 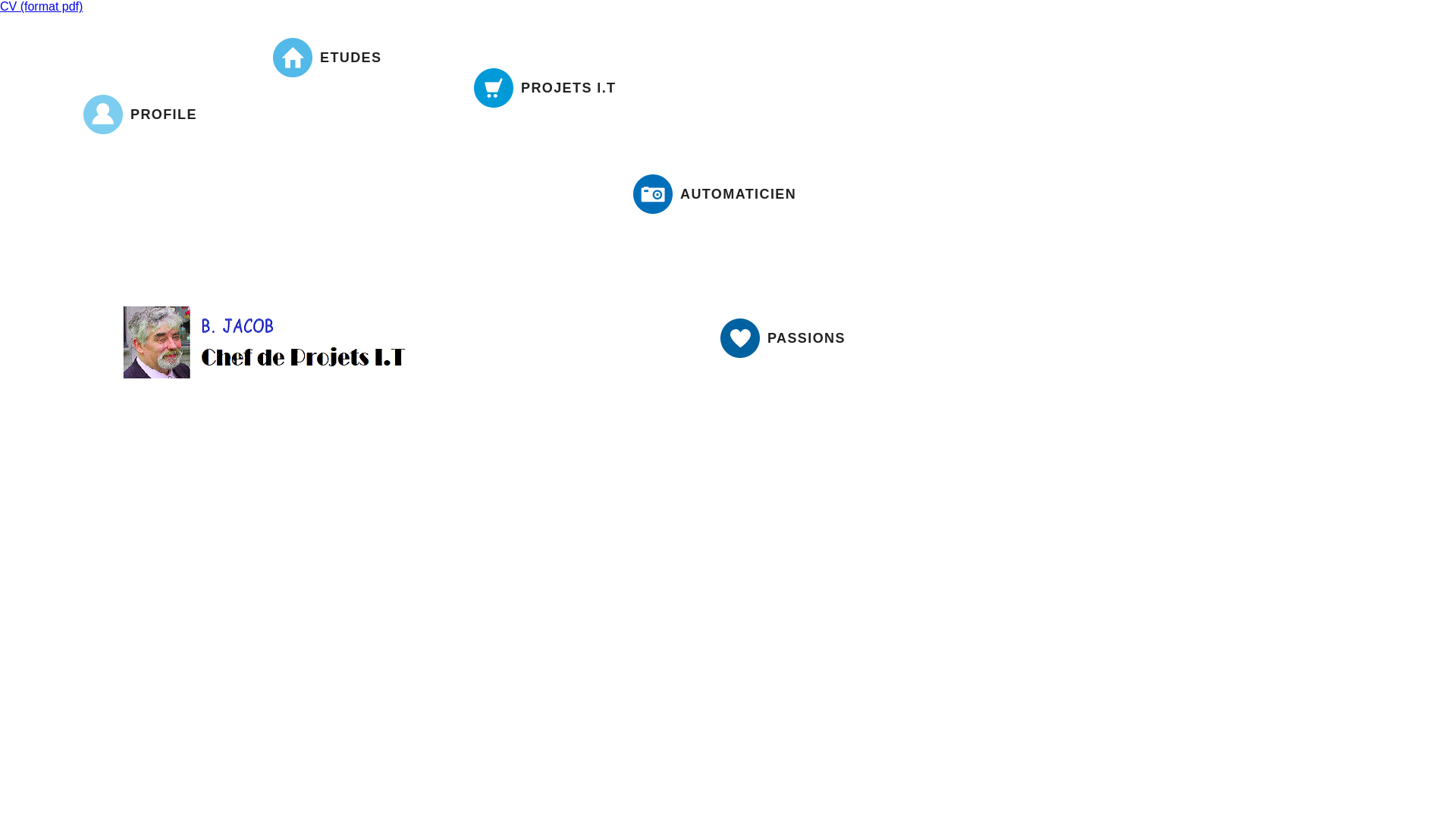 What do you see at coordinates (41, 6) in the screenshot?
I see `'CV (format pdf)'` at bounding box center [41, 6].